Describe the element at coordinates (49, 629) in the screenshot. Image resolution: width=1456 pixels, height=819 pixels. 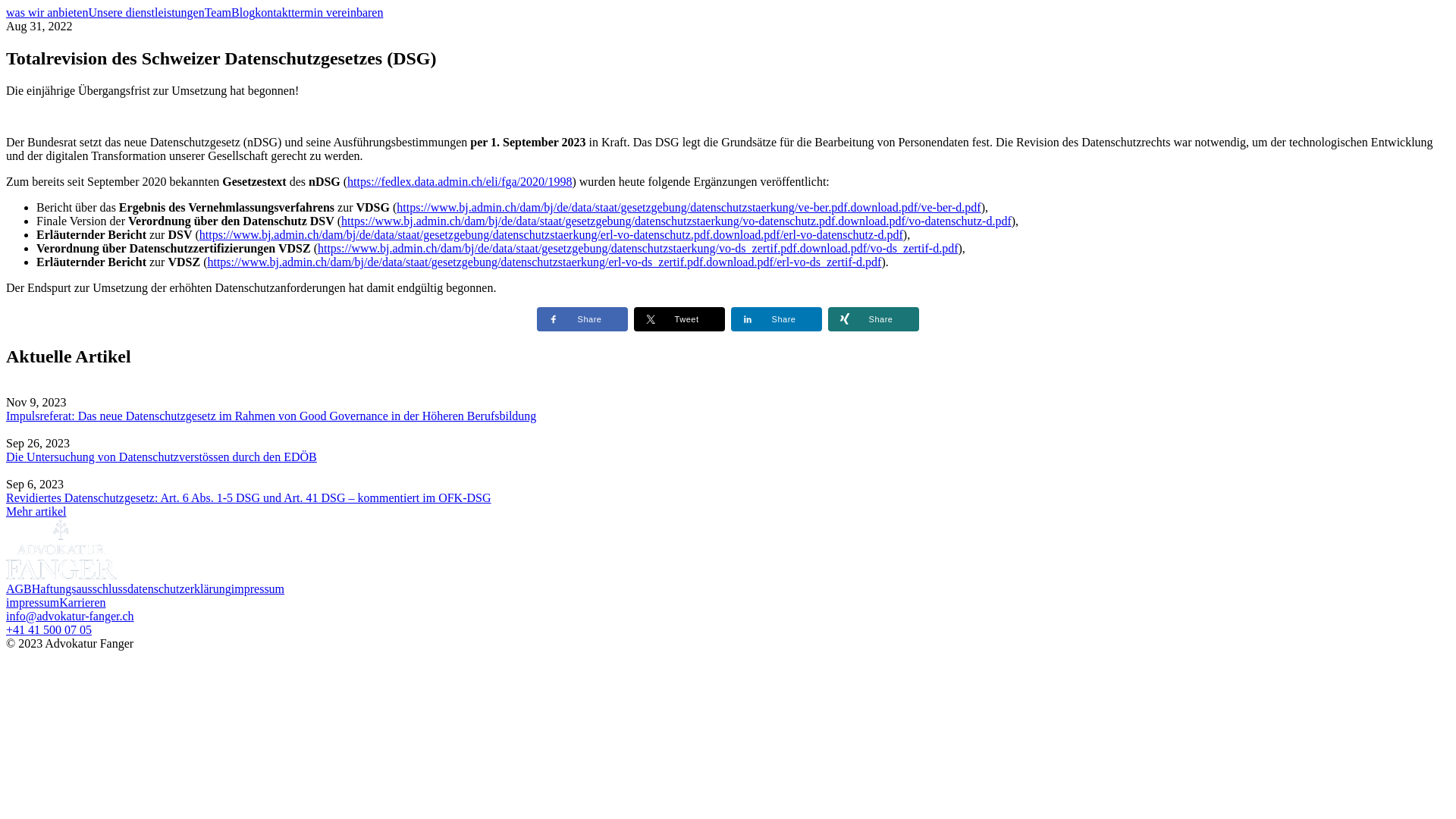
I see `'+41 41 500 07 05'` at that location.